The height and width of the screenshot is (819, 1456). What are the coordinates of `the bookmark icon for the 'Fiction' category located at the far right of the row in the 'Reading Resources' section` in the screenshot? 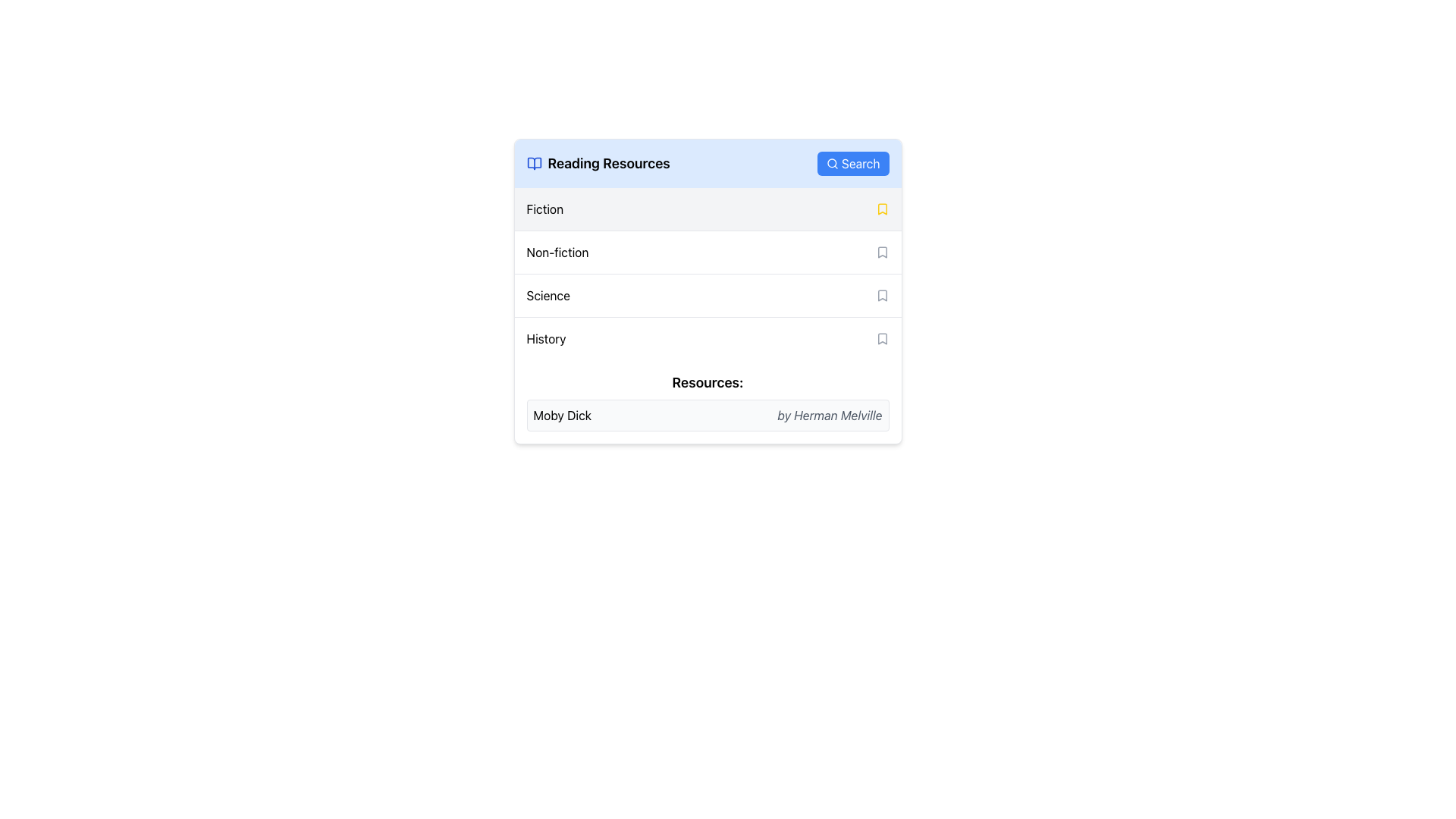 It's located at (882, 209).